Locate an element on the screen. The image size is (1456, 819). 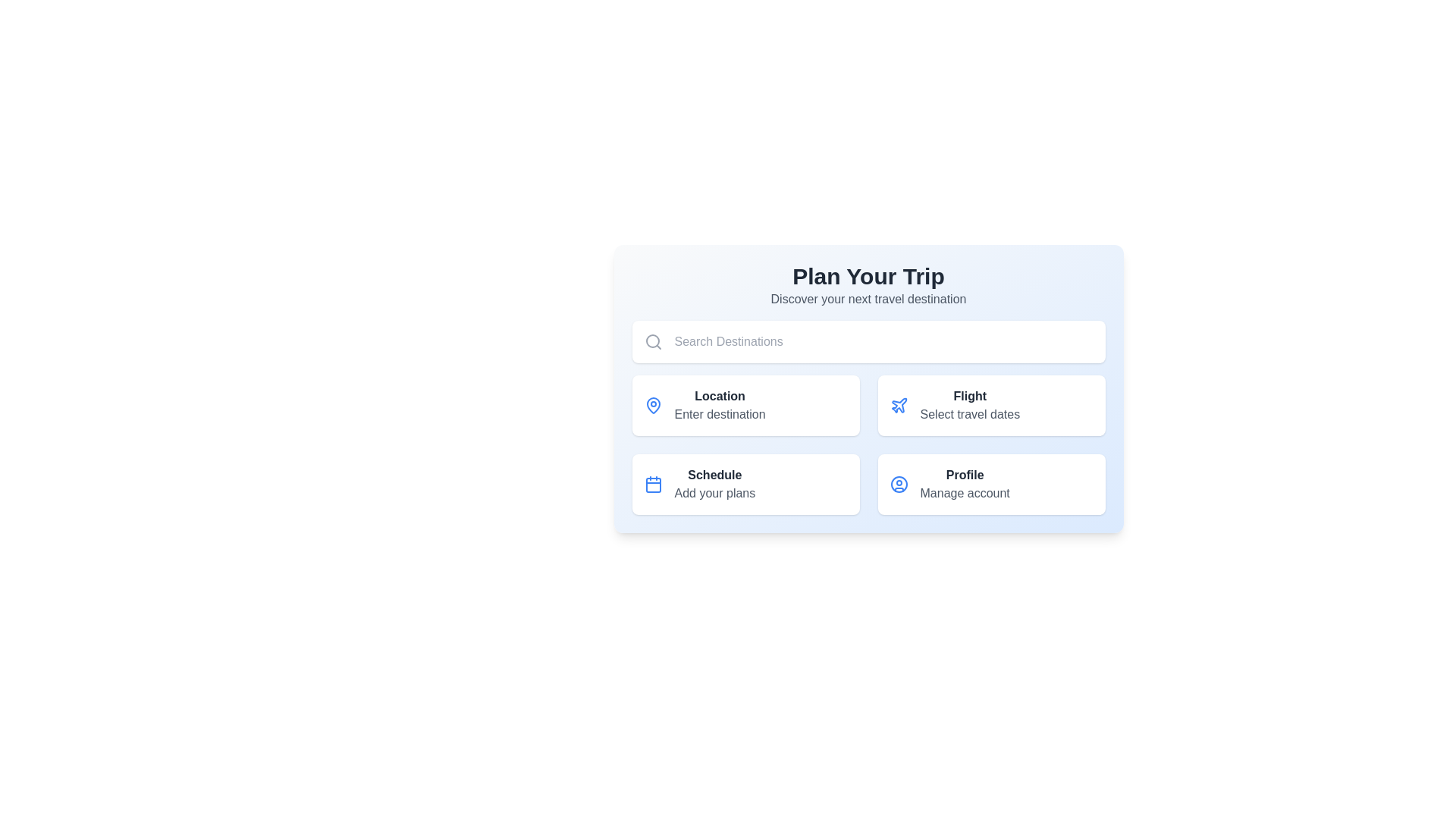
the text label displaying 'Manage account', which is styled in gray and positioned below the 'Profile' section label is located at coordinates (964, 494).